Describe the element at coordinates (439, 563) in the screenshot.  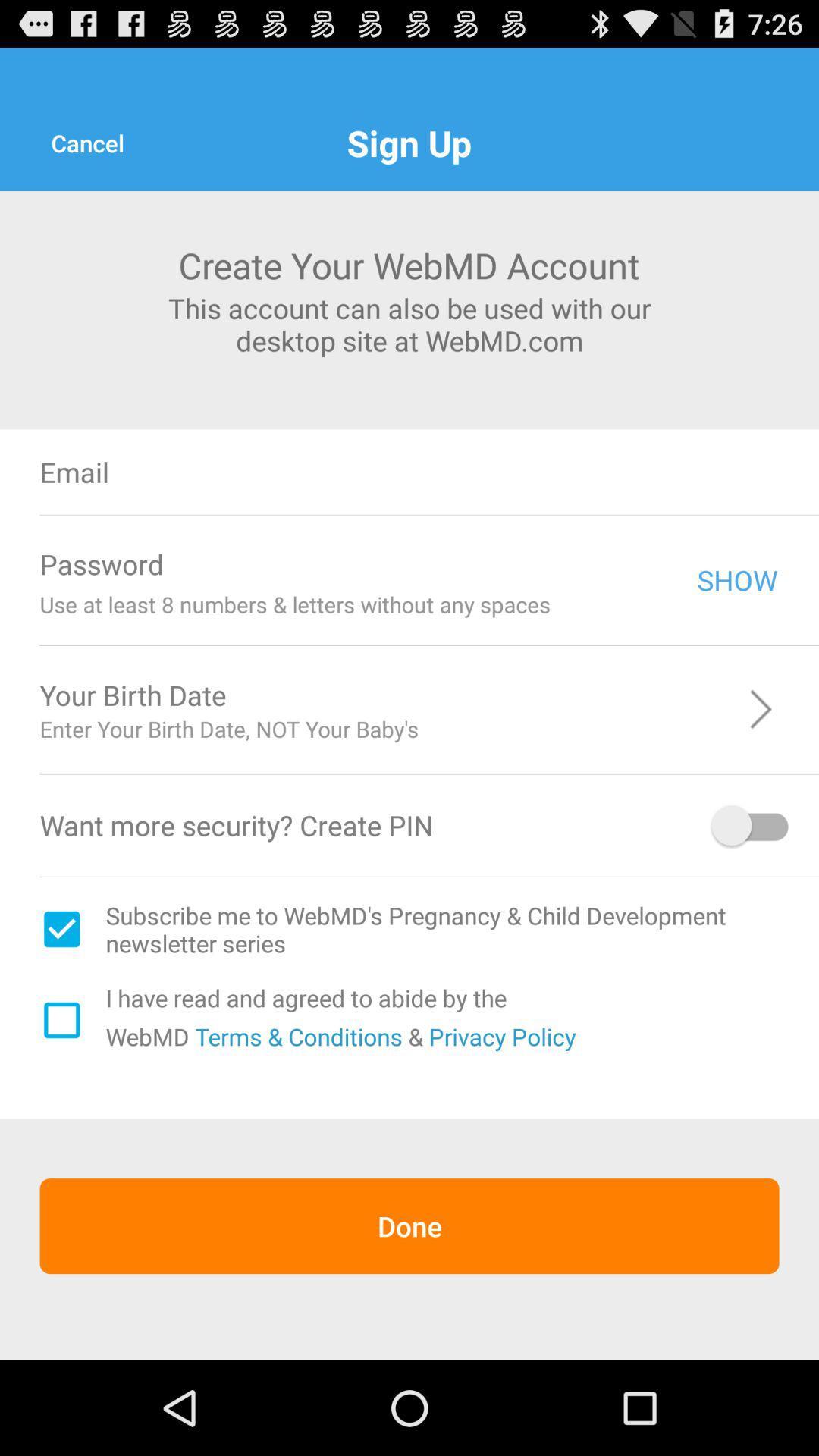
I see `your password of at least 8 characters` at that location.